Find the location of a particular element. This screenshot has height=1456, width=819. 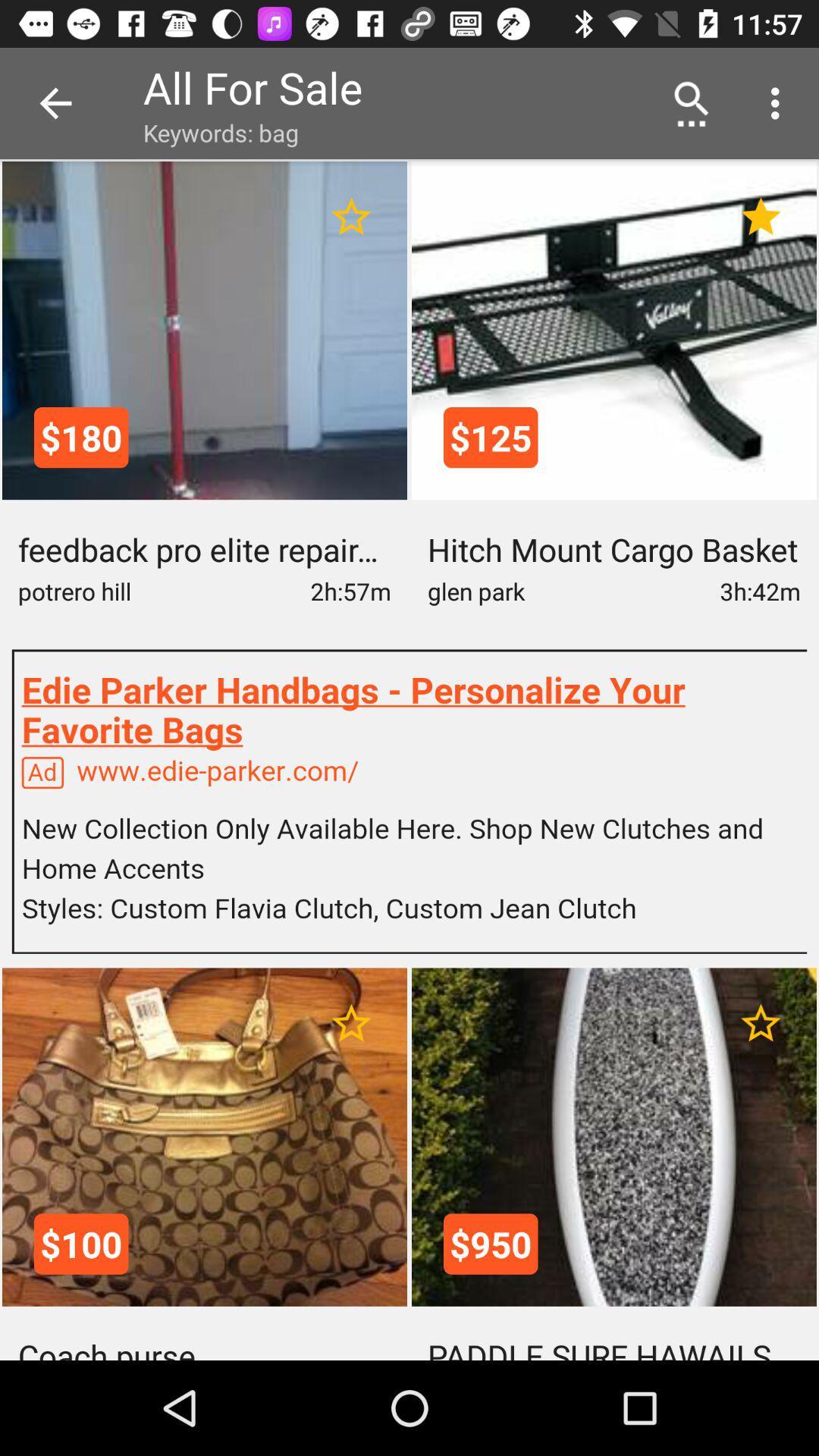

to favorites is located at coordinates (351, 1023).